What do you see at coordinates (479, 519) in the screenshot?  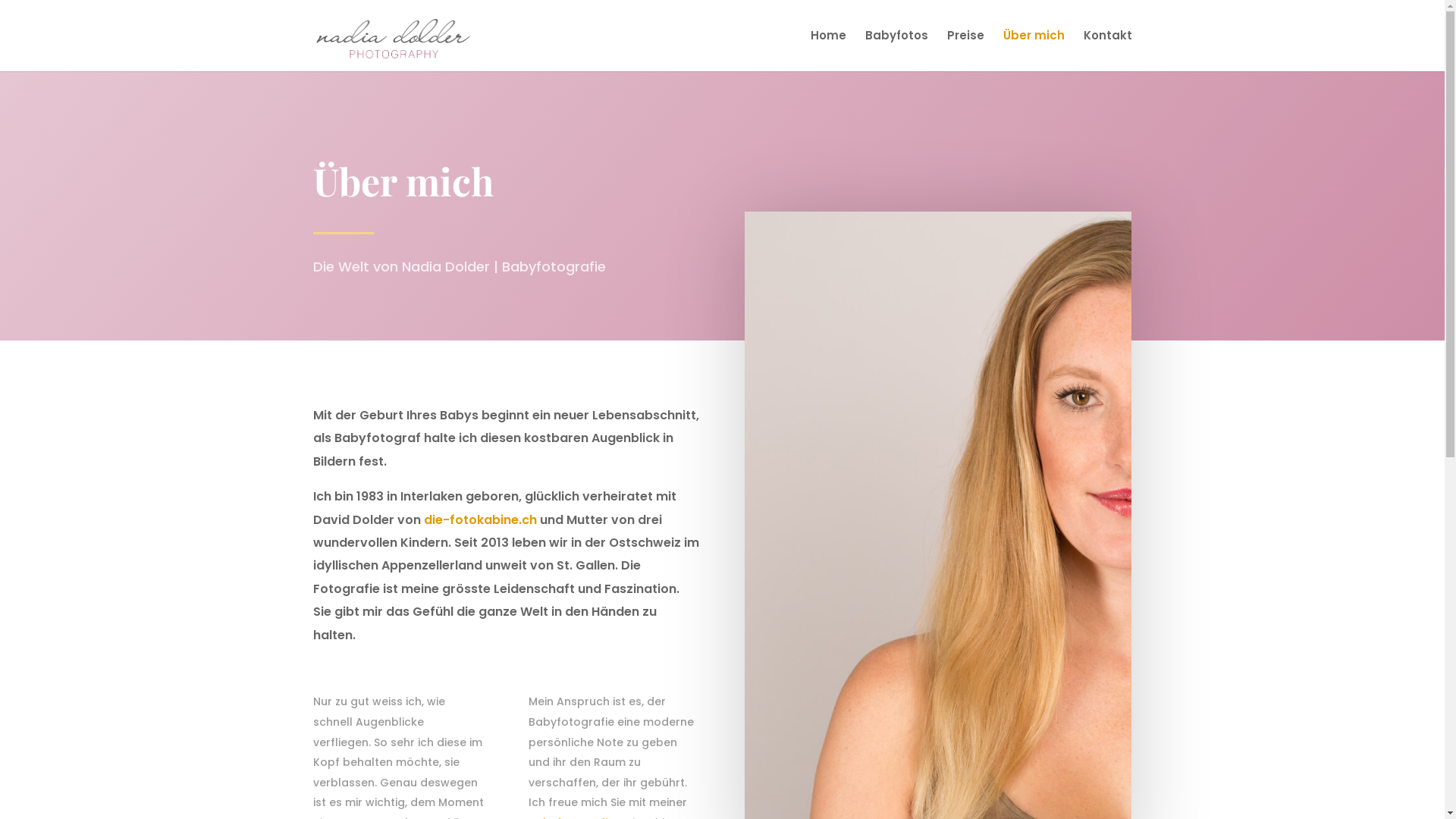 I see `'die-fotokabine.ch'` at bounding box center [479, 519].